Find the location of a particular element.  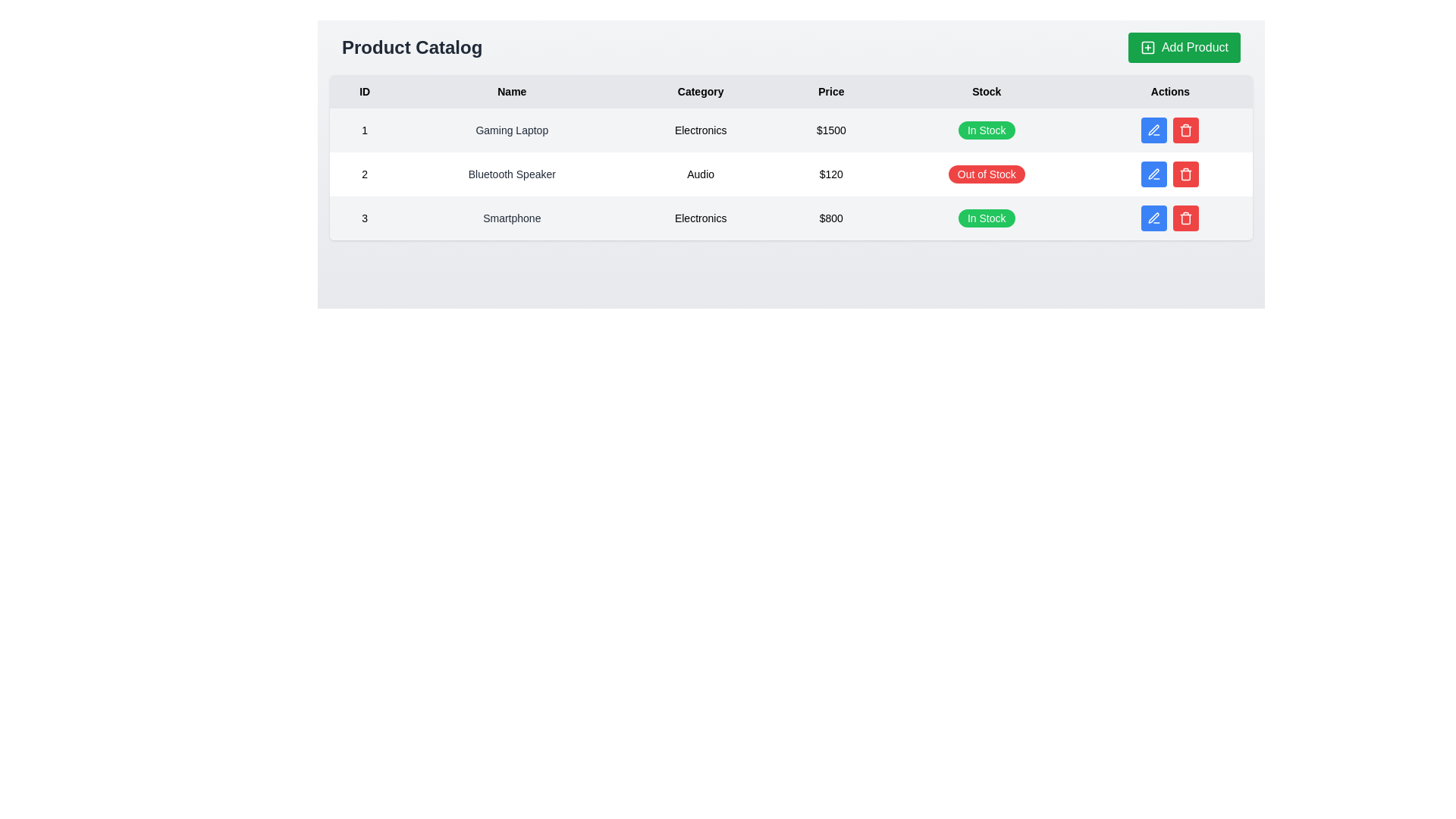

and interpret the details of the product in the third row of the product catalog table, which includes the product ID (3), name (Smartphone), category (Electronics), price ($800), and stock status (In Stock) is located at coordinates (790, 218).